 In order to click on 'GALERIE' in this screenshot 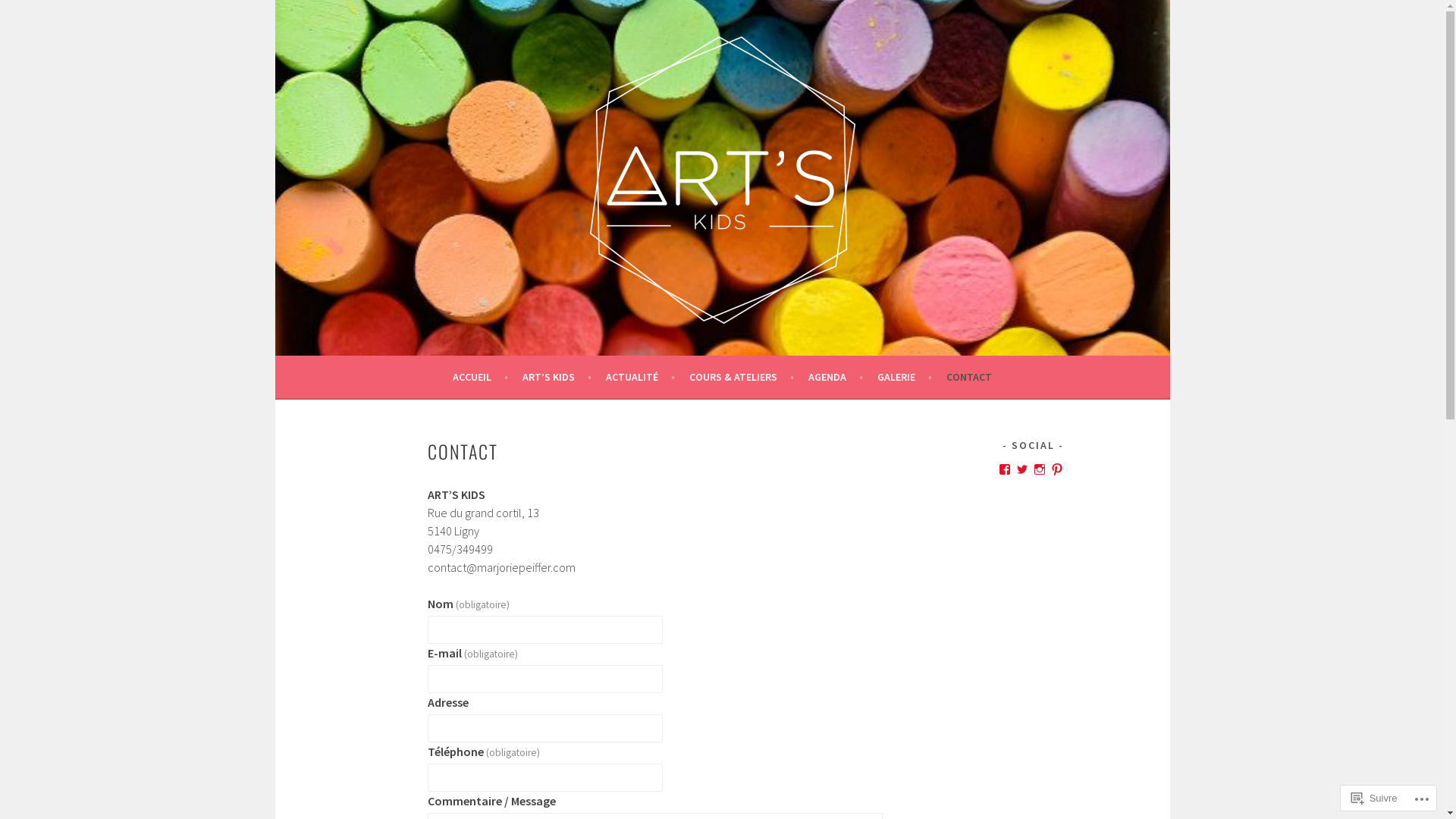, I will do `click(905, 376)`.